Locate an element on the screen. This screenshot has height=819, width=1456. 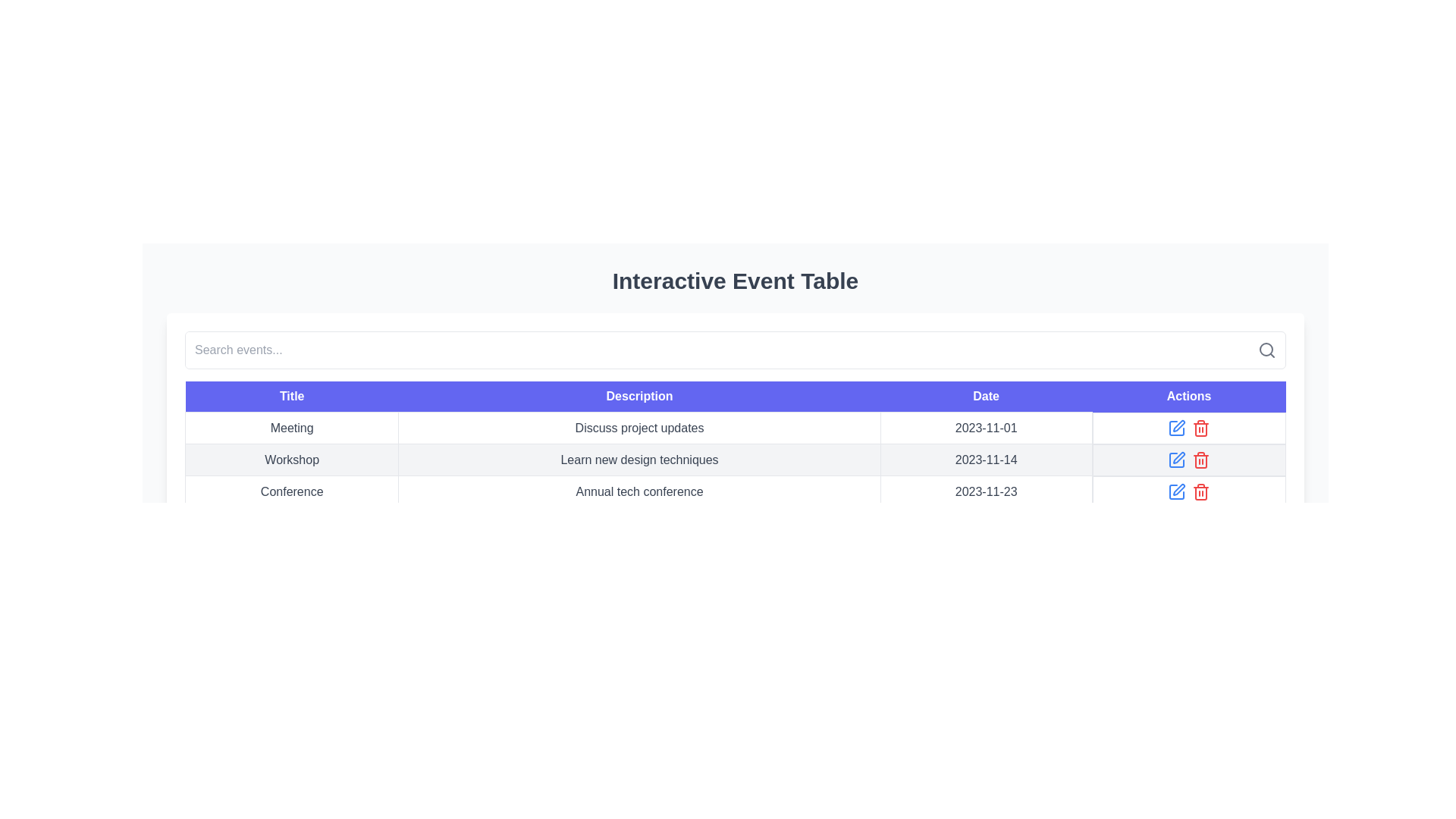
the text displaying the date '2023-11-01' located in the 'Date' column aligned with the 'Meeting' row in a tabular interface is located at coordinates (986, 428).